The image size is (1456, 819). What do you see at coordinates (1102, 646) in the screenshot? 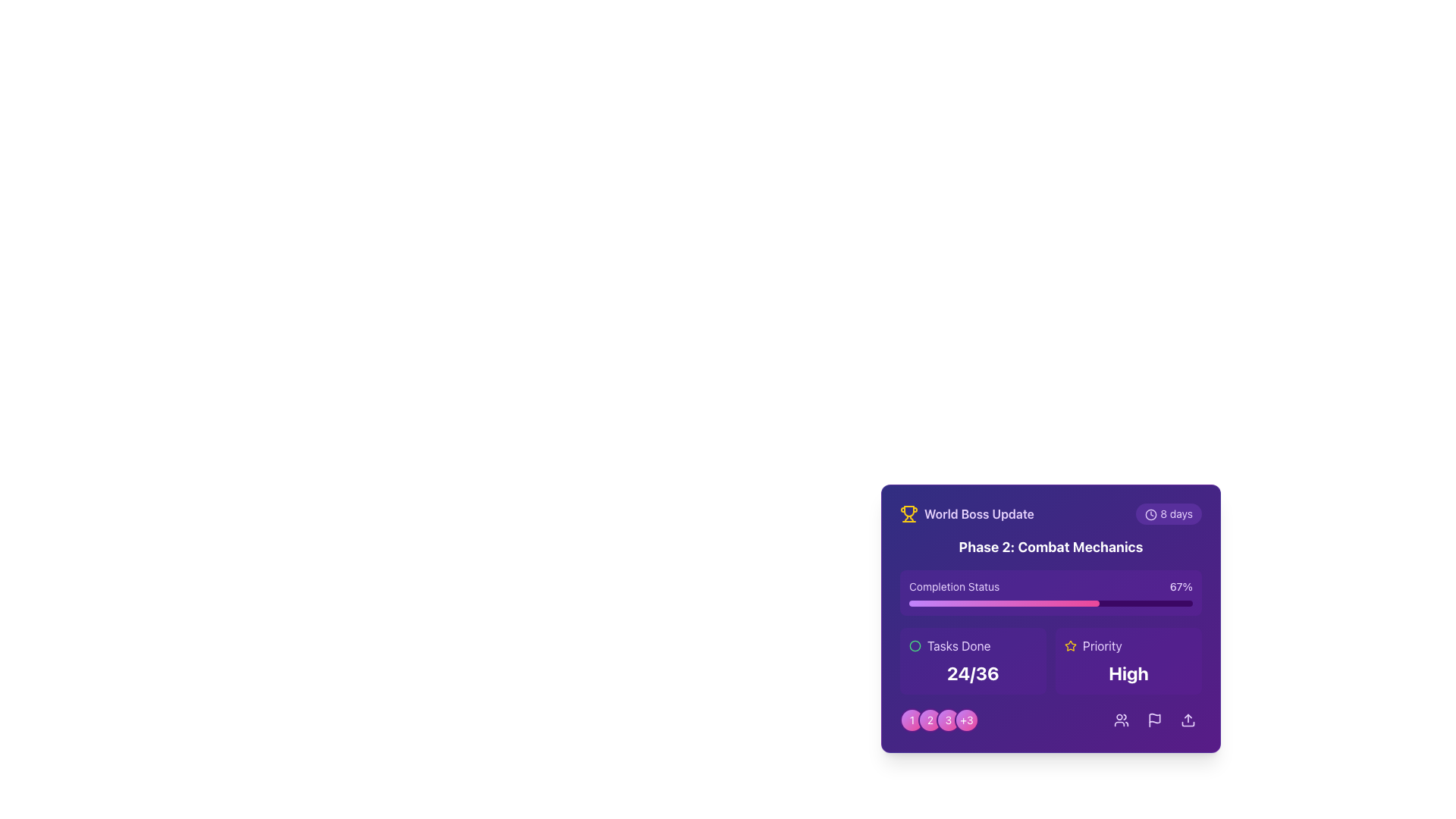
I see `the static text label indicating the priority status of the task, located in the lower portion of the card interface, adjacent to a yellow star icon, right of the 'Tasks Done' section, and above the 'High' priority level text` at bounding box center [1102, 646].